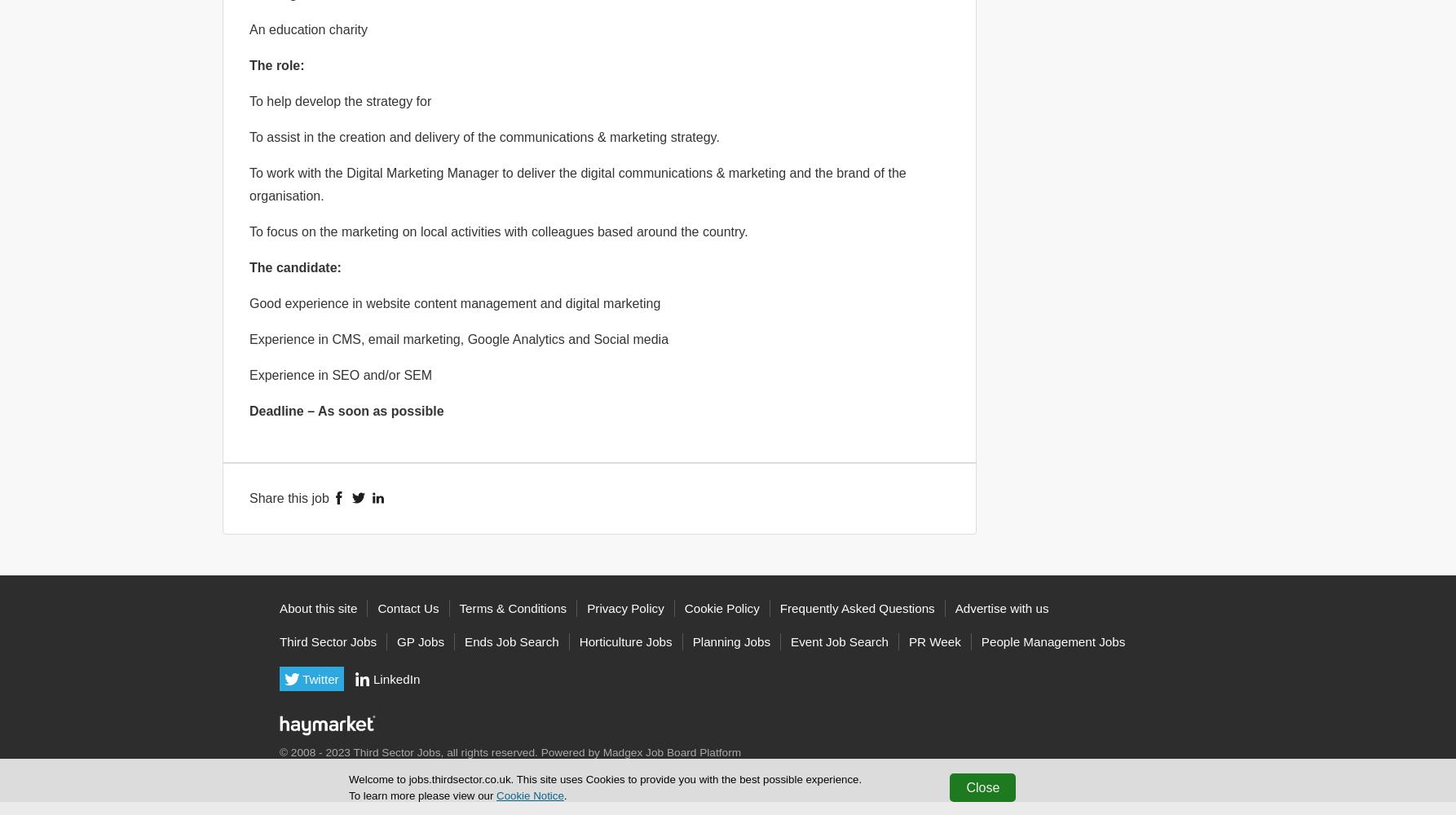 Image resolution: width=1456 pixels, height=815 pixels. I want to click on 'Cookie Policy', so click(720, 606).